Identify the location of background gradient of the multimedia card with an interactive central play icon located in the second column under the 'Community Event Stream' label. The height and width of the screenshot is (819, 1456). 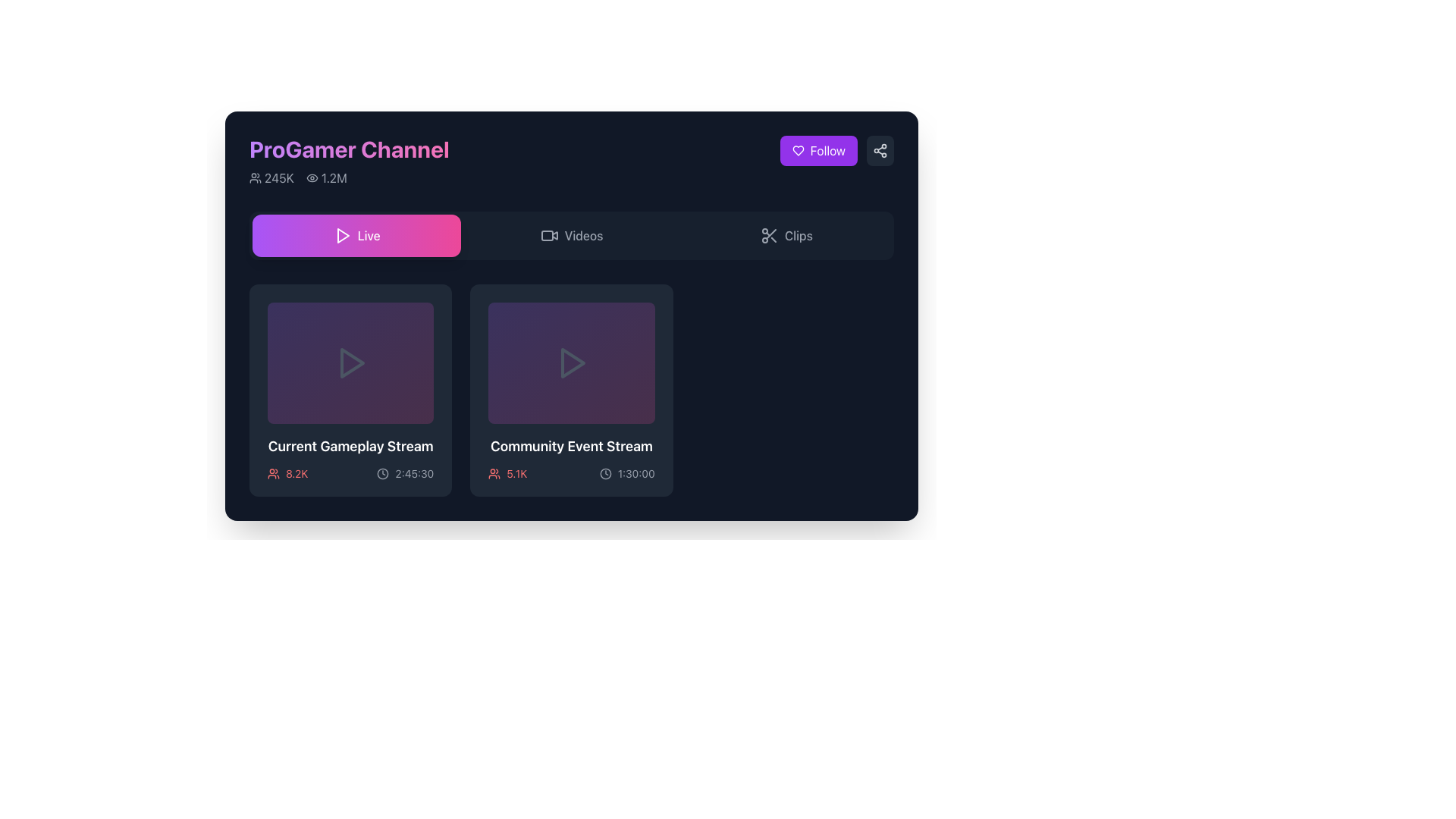
(570, 362).